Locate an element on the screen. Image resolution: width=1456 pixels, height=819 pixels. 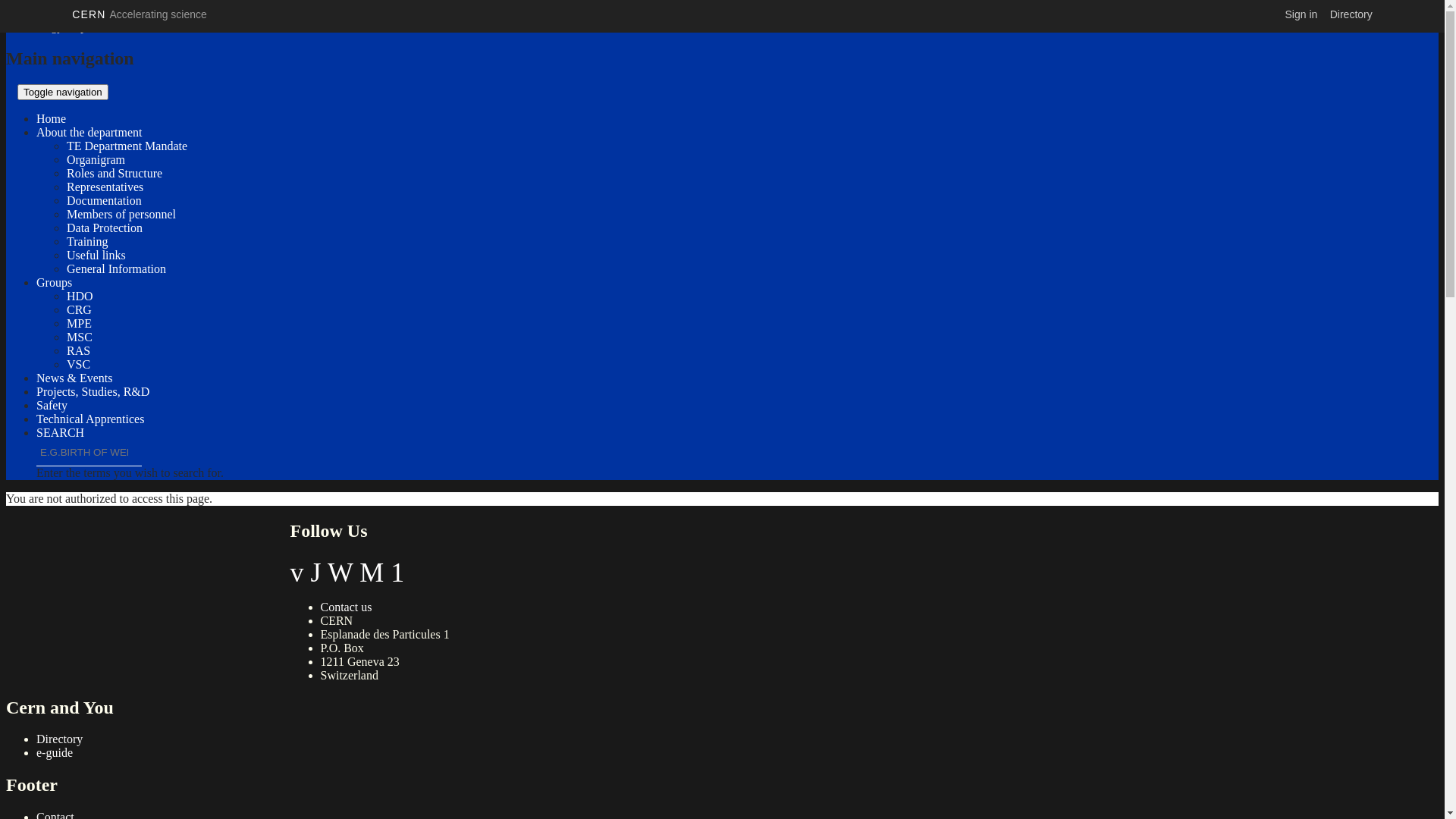
'MPE' is located at coordinates (78, 322).